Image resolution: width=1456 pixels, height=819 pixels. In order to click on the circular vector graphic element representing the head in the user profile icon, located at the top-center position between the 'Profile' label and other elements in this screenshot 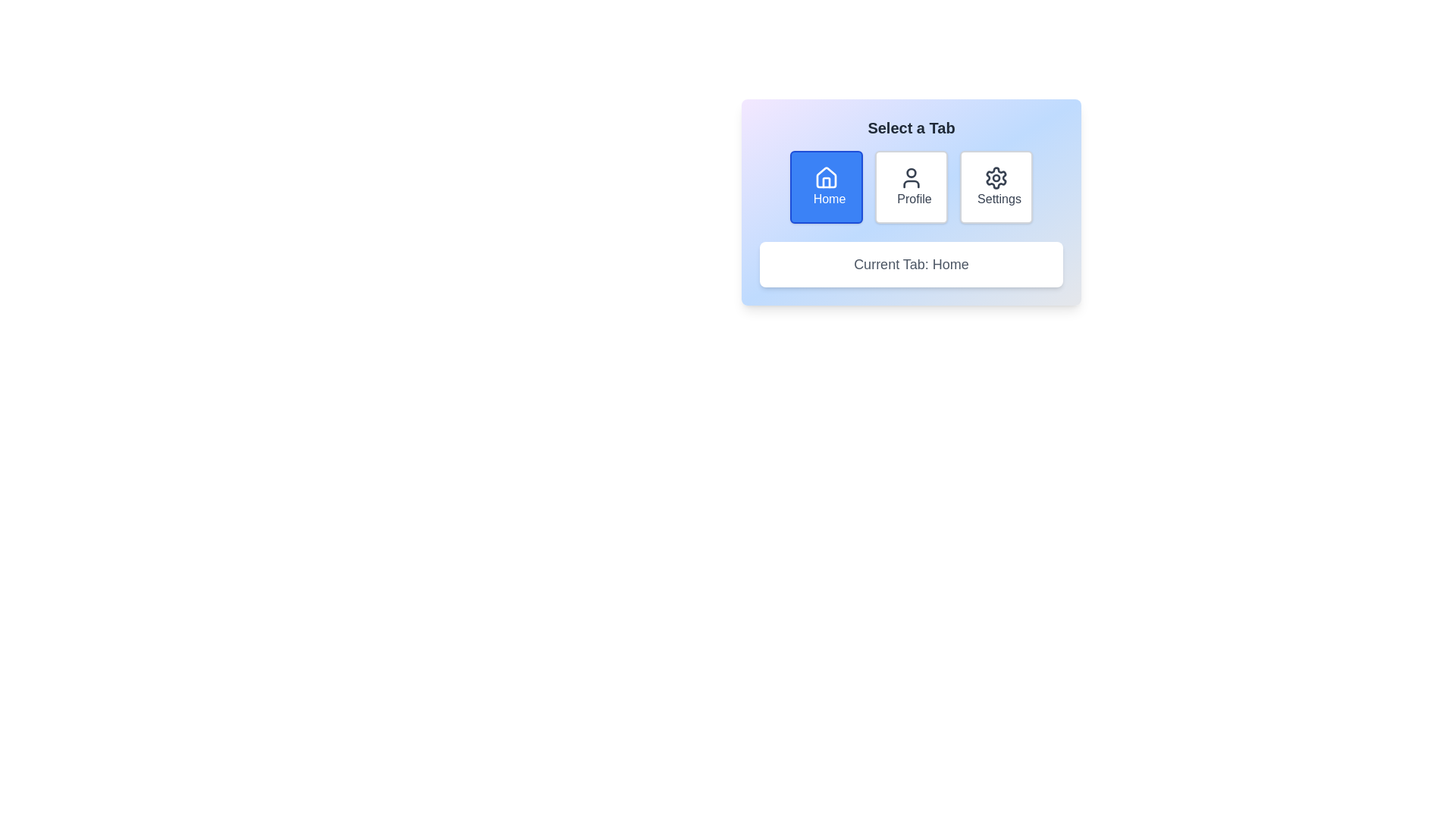, I will do `click(910, 171)`.